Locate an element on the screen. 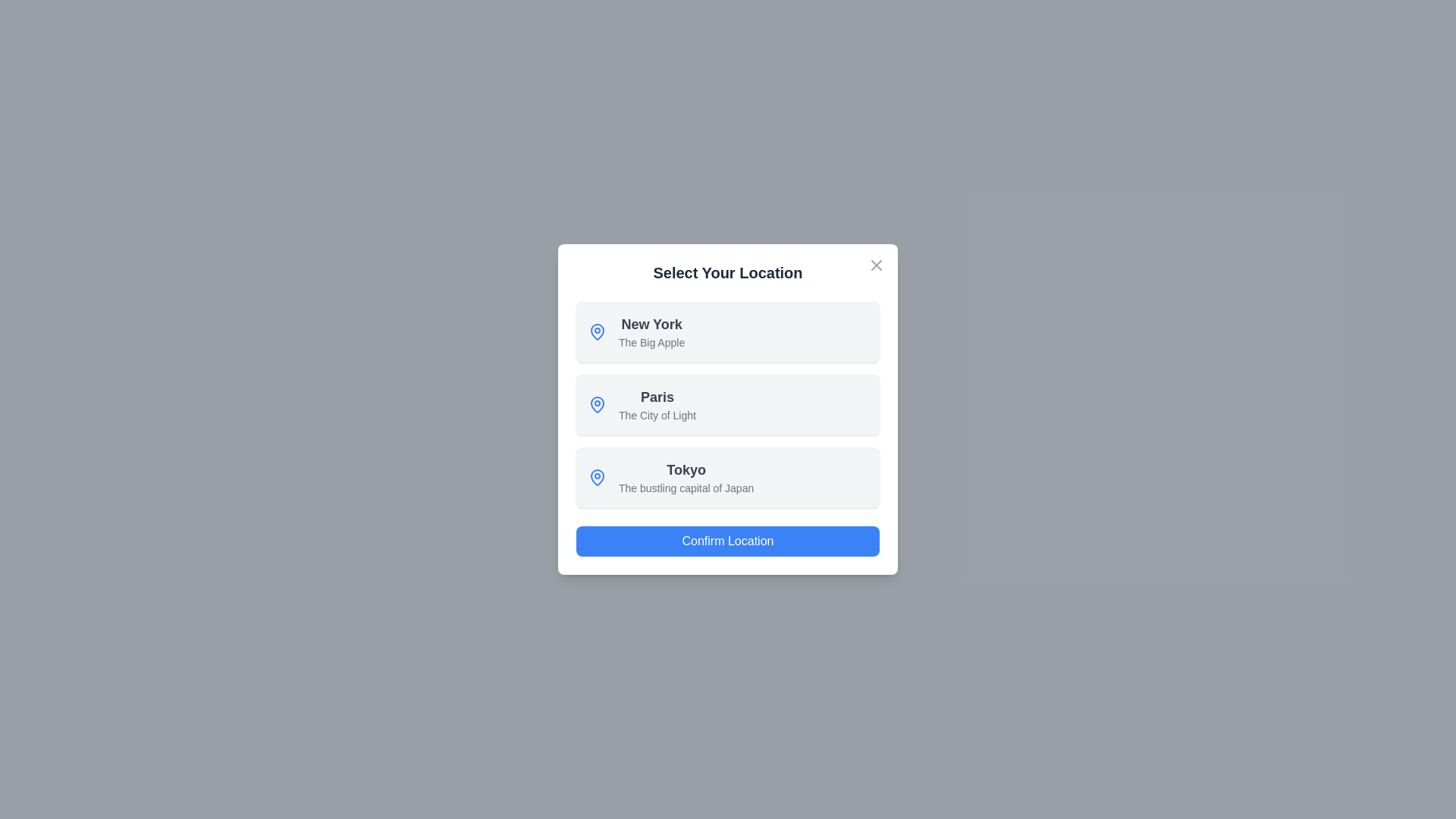 The width and height of the screenshot is (1456, 819). 'Confirm Location' button is located at coordinates (728, 540).